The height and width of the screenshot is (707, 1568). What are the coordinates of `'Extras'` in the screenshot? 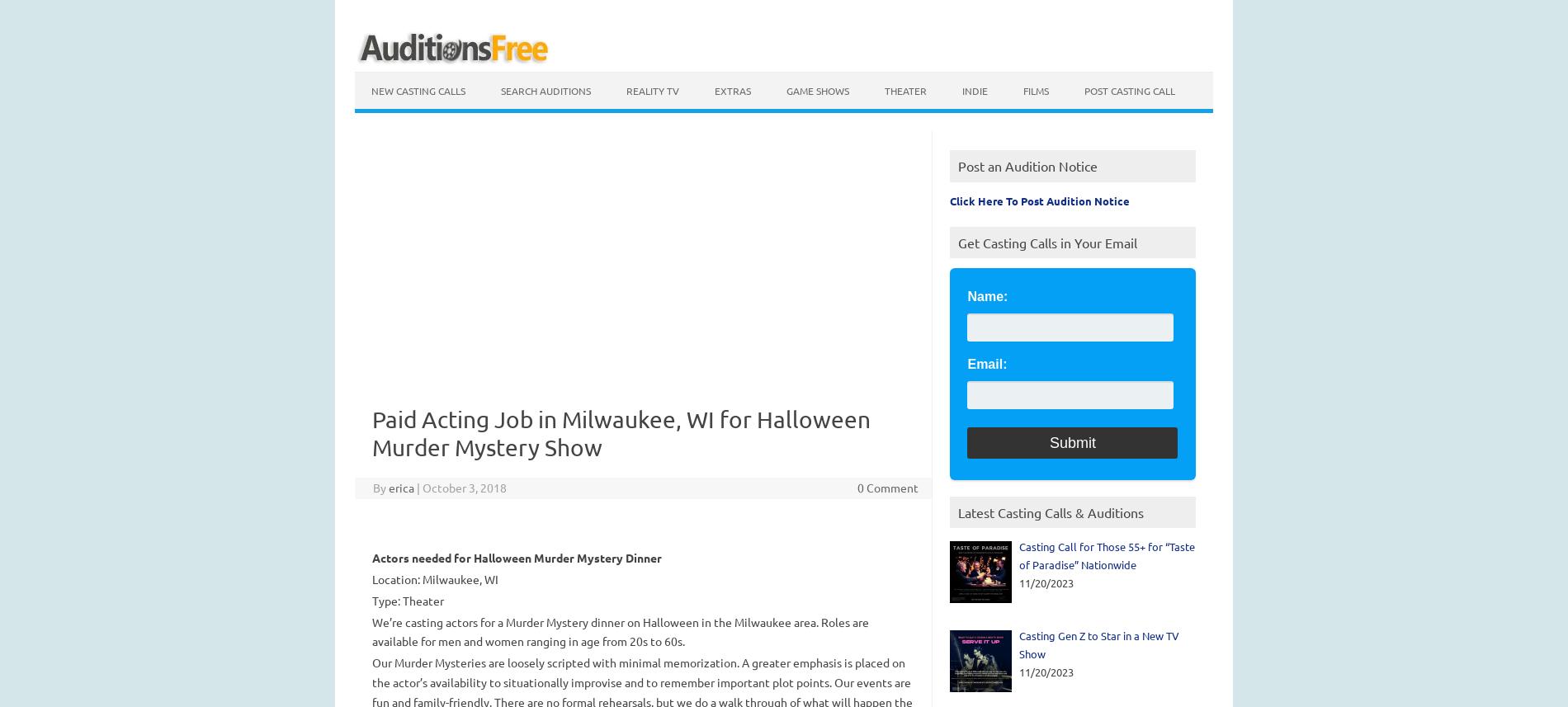 It's located at (714, 91).